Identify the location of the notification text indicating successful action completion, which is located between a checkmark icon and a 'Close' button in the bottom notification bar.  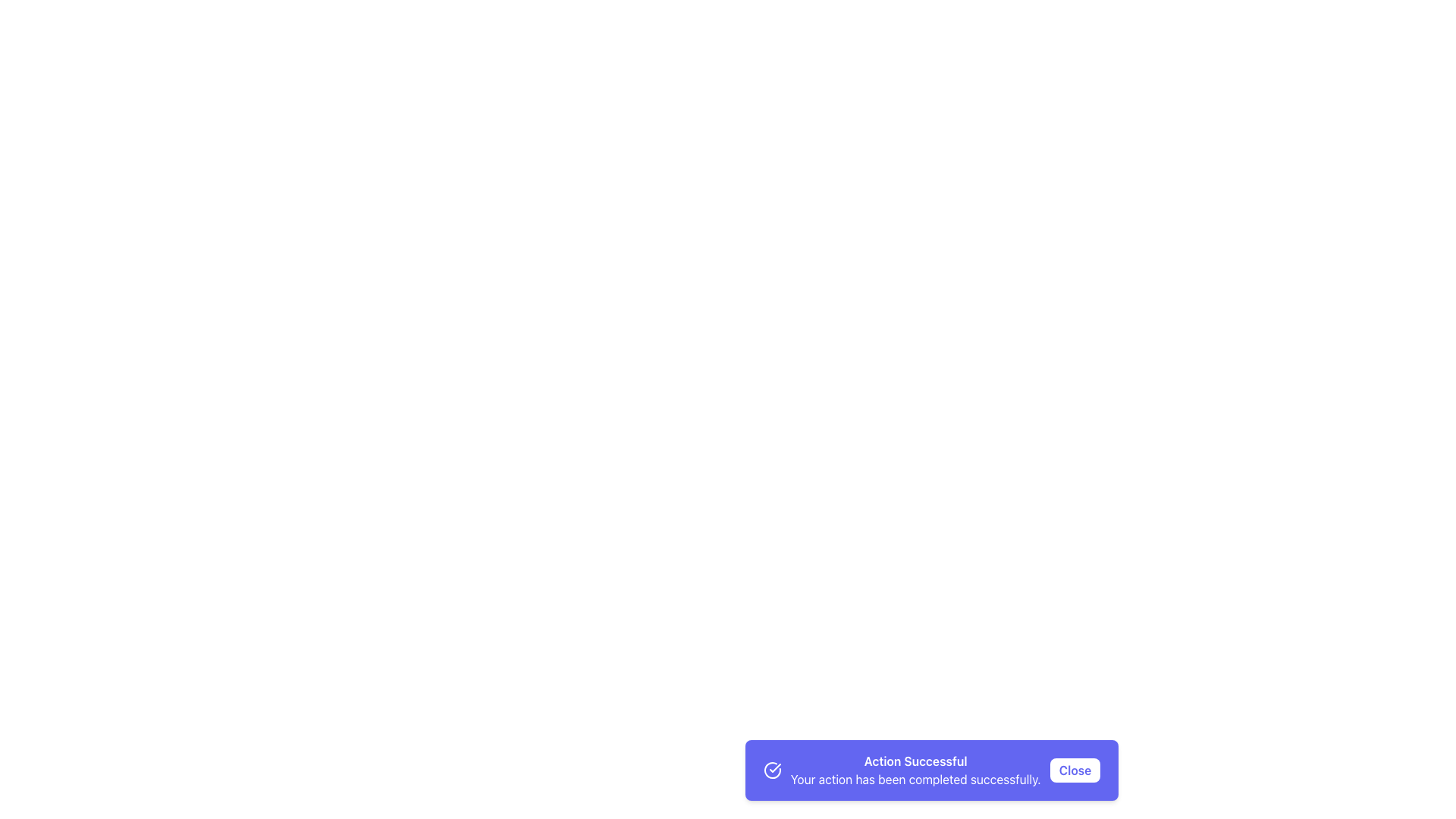
(915, 770).